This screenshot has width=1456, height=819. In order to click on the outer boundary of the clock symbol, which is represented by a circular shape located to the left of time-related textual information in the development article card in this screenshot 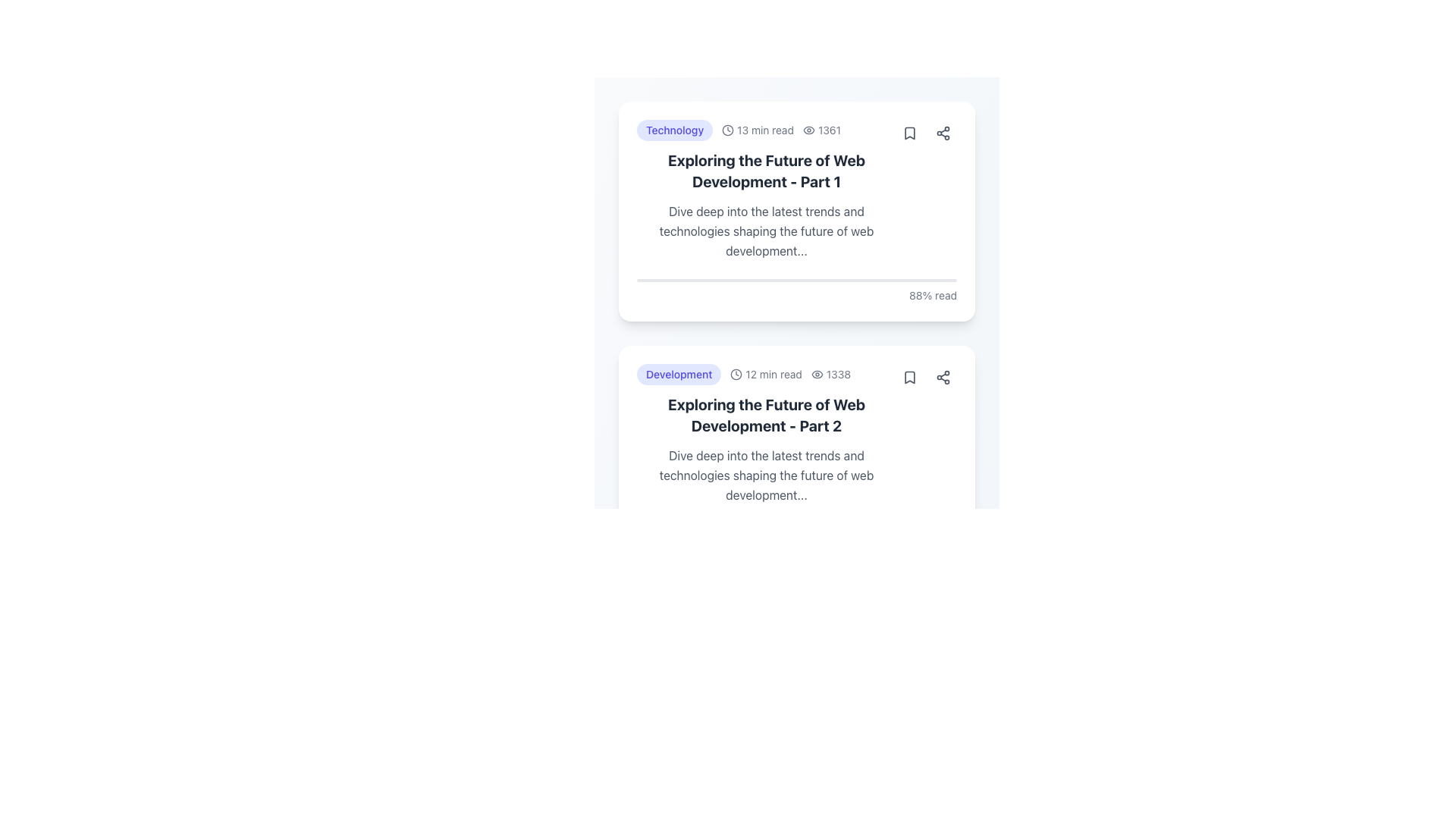, I will do `click(736, 374)`.